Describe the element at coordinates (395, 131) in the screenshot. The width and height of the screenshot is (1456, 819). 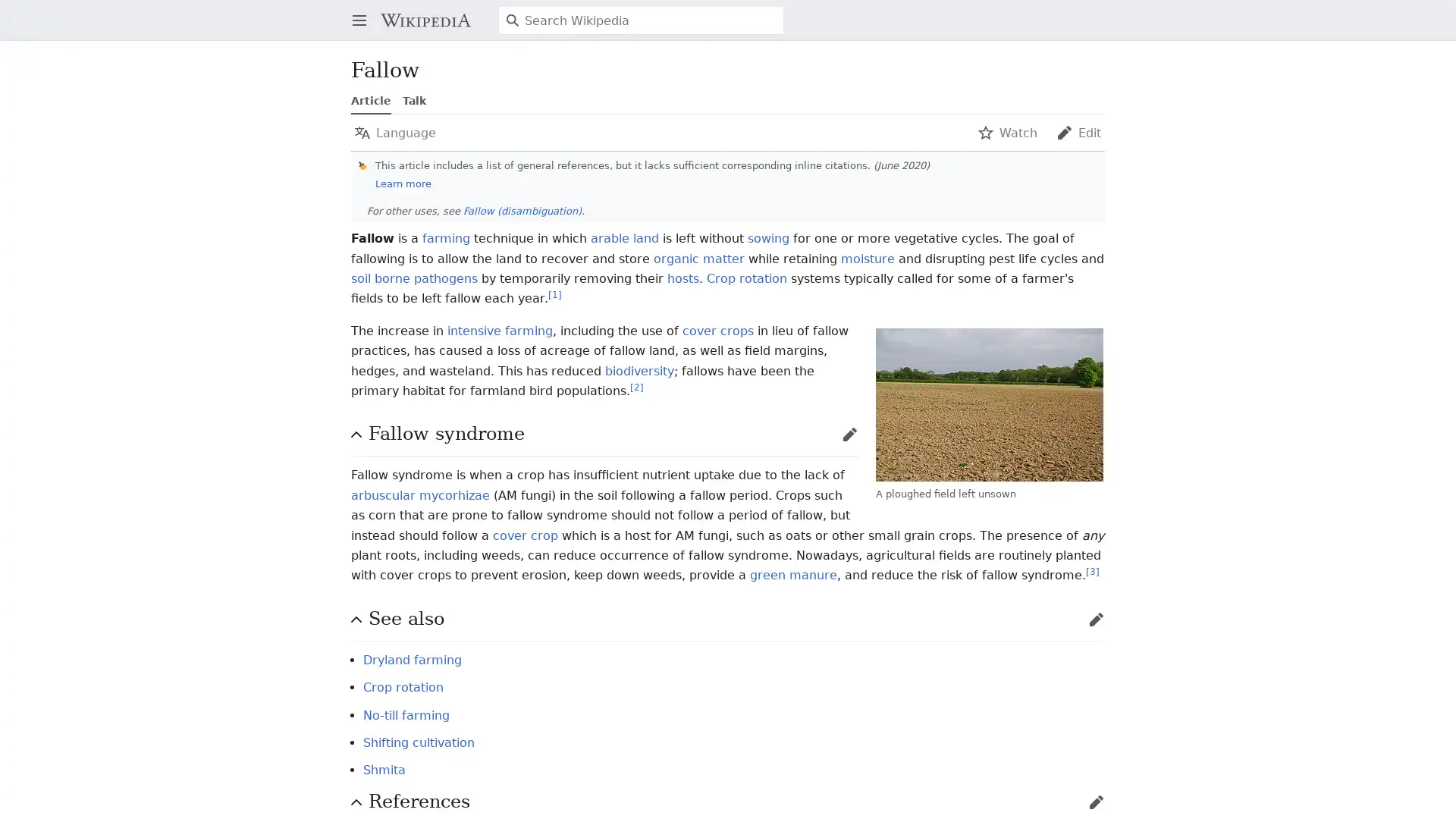
I see `Language` at that location.